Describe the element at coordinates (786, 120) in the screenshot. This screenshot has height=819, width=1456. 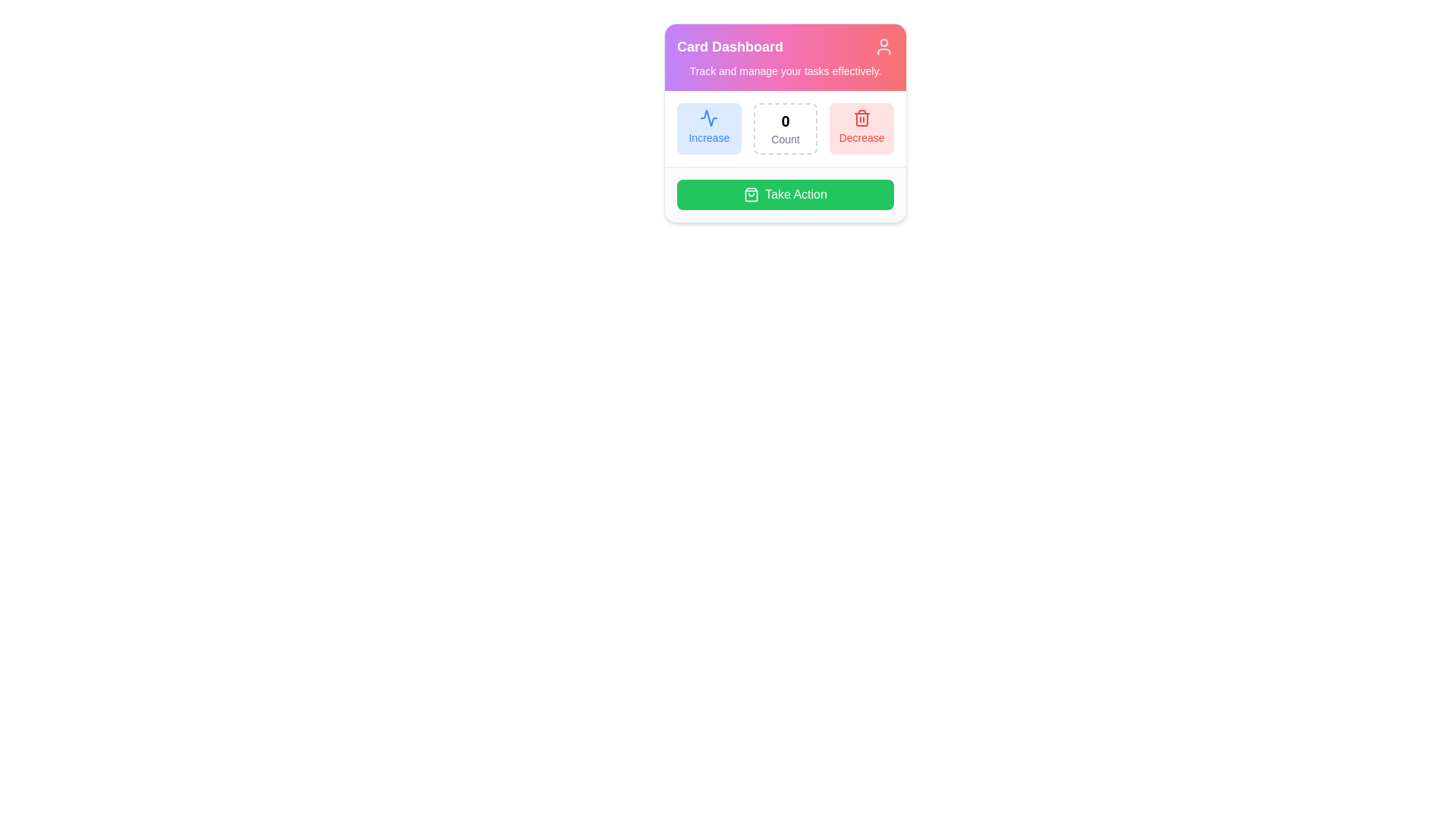
I see `the Static Text element displaying a numerical value, which is located within a dashed-border rectangular box, above the text 'Count'` at that location.